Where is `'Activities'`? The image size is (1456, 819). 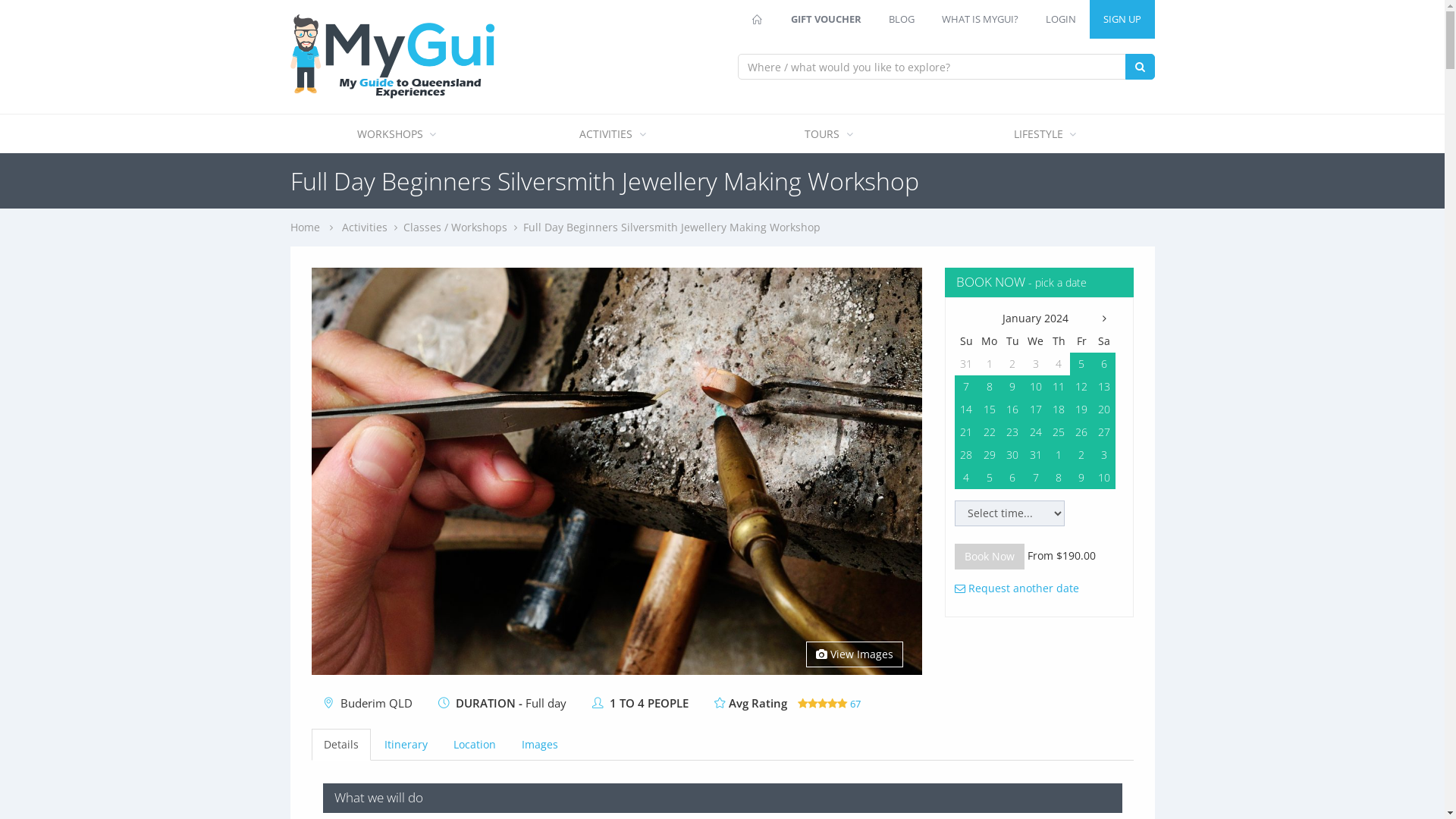 'Activities' is located at coordinates (364, 227).